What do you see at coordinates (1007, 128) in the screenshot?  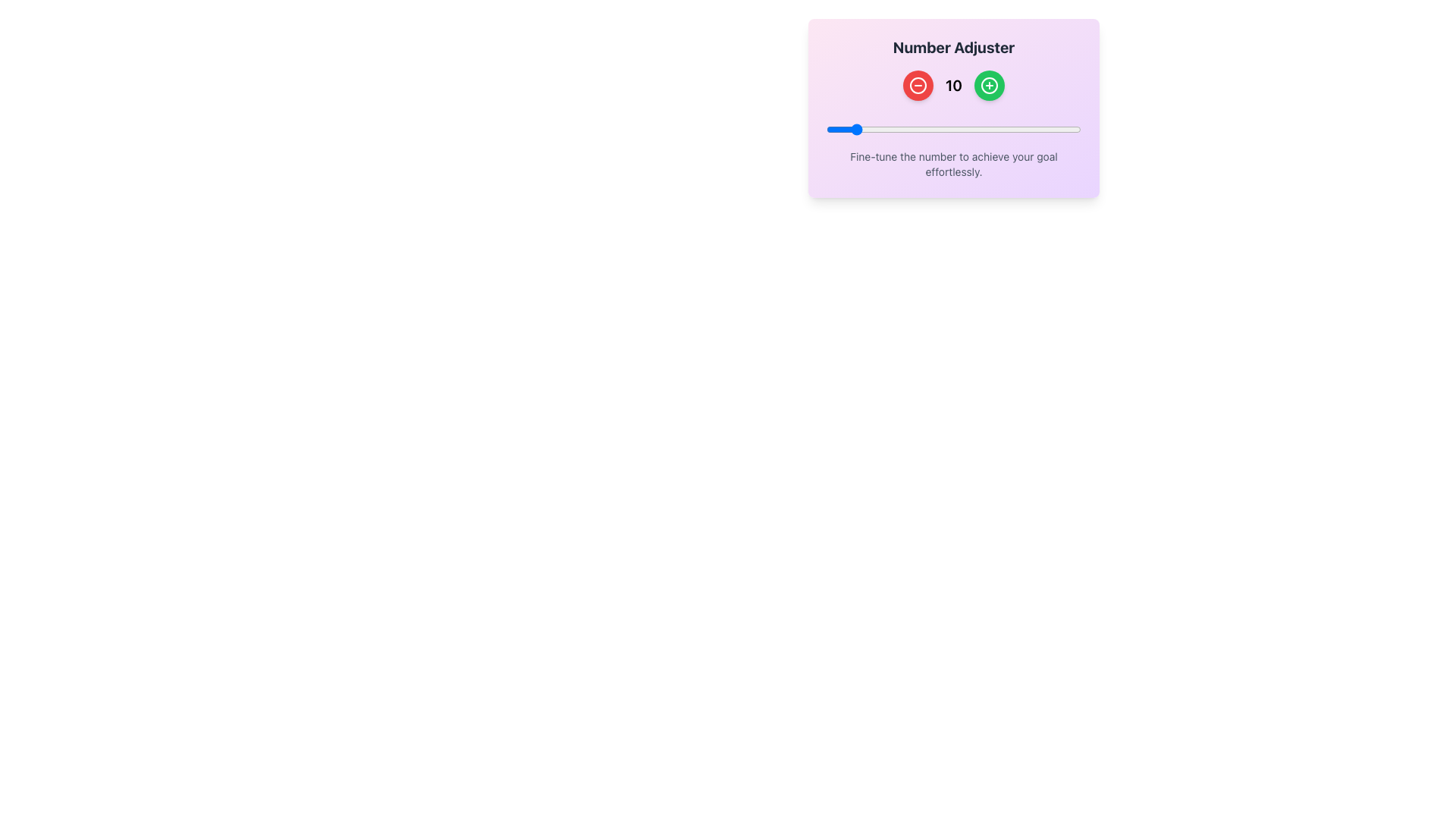 I see `the slider` at bounding box center [1007, 128].